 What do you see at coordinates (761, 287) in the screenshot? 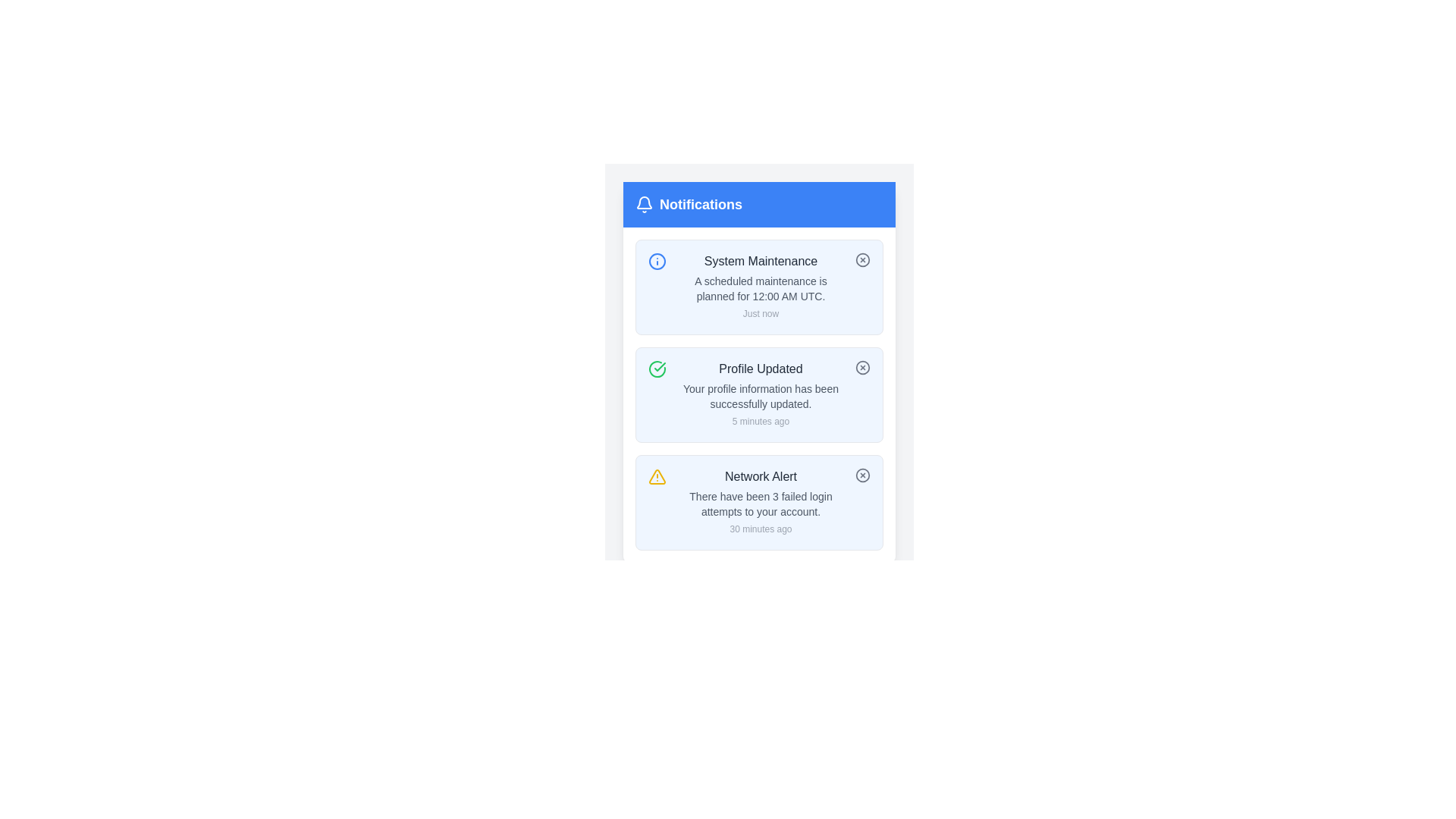
I see `details of the first notification in the vertical stack, which displays a maintenance alert and includes a timestamp` at bounding box center [761, 287].